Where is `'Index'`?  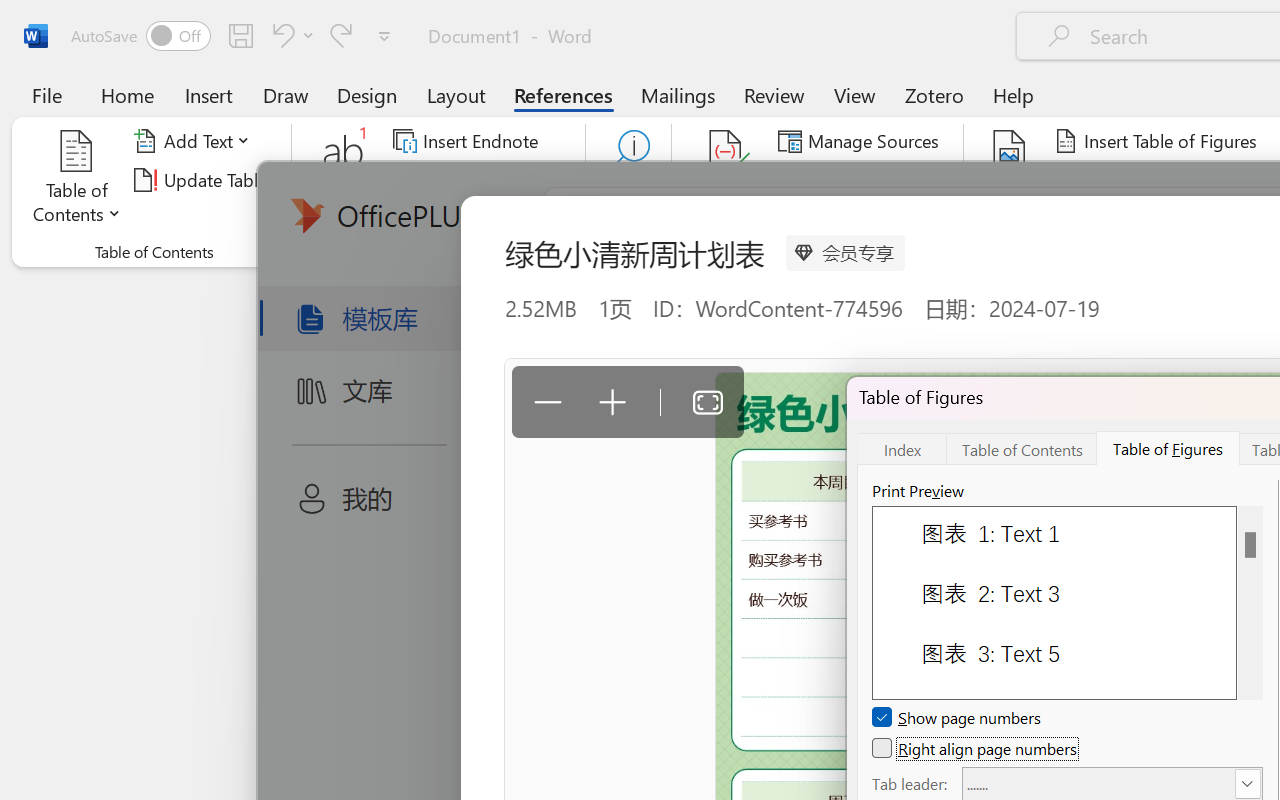
'Index' is located at coordinates (901, 447).